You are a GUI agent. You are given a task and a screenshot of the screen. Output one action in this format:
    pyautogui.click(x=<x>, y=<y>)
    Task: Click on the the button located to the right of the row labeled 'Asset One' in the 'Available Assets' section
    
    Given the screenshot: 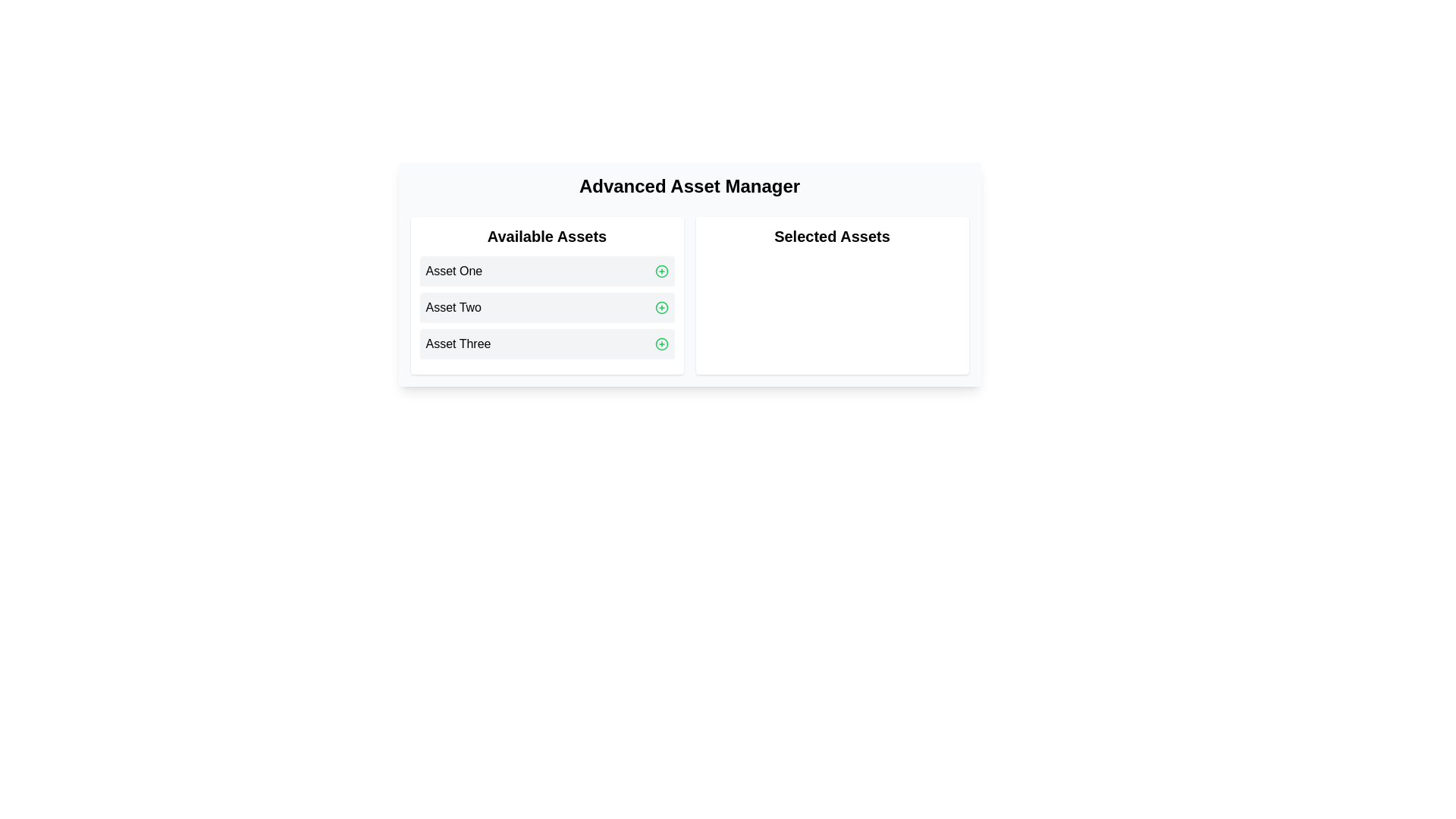 What is the action you would take?
    pyautogui.click(x=661, y=271)
    